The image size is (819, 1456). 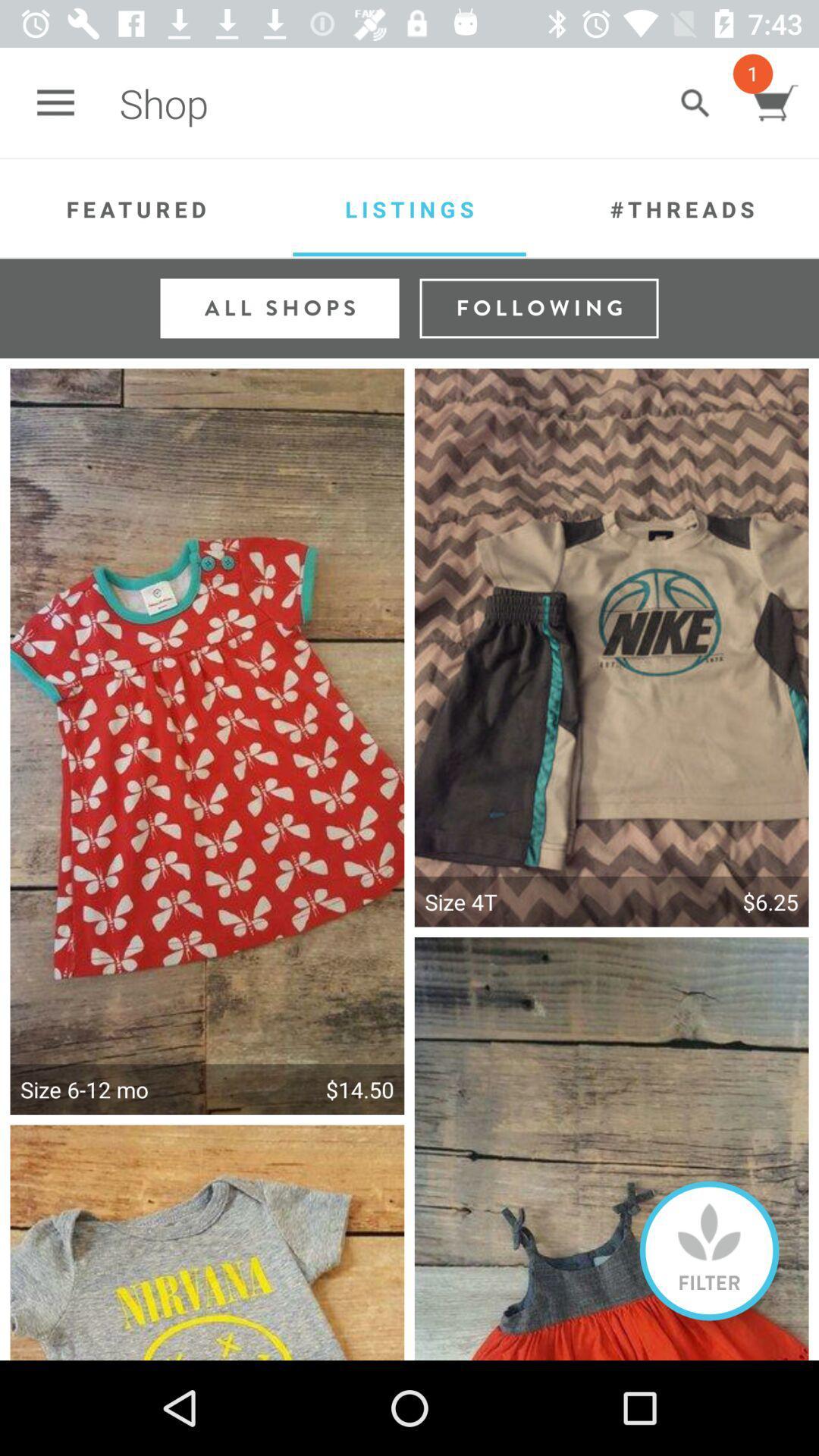 What do you see at coordinates (55, 102) in the screenshot?
I see `the icon to the left of shop app` at bounding box center [55, 102].